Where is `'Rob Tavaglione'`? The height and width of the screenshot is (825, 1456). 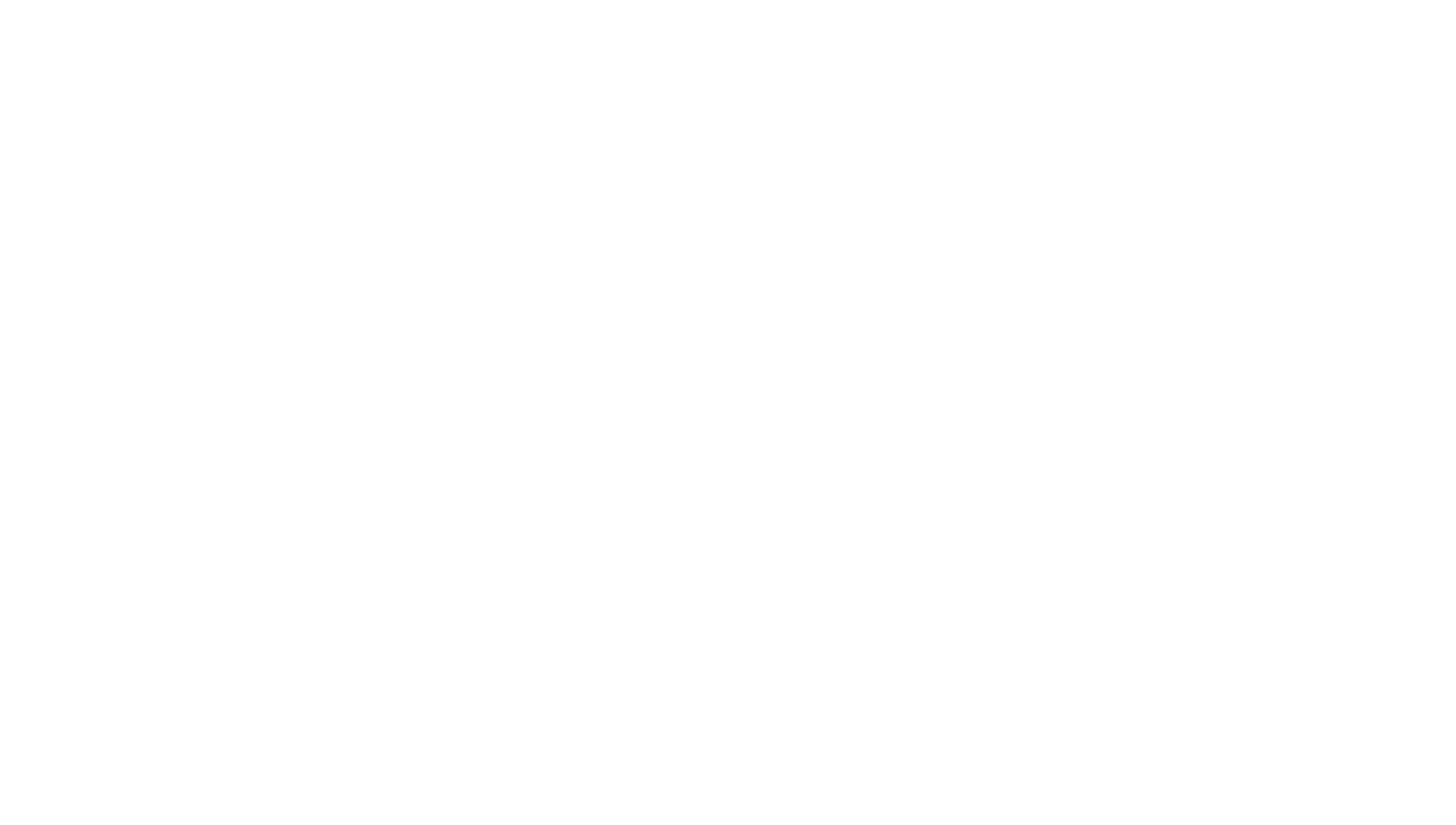 'Rob Tavaglione' is located at coordinates (497, 702).